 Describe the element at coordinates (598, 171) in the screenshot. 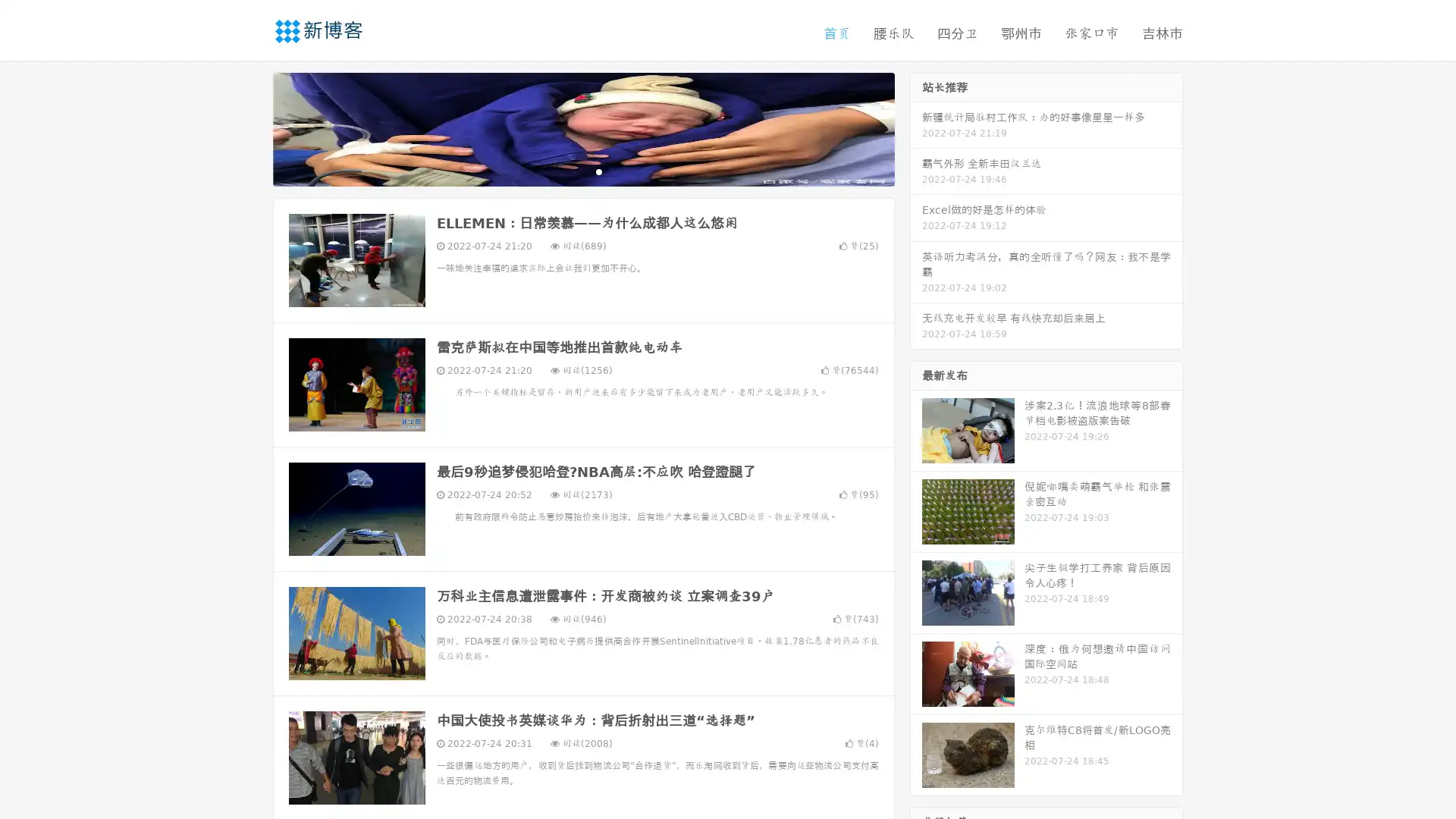

I see `Go to slide 3` at that location.